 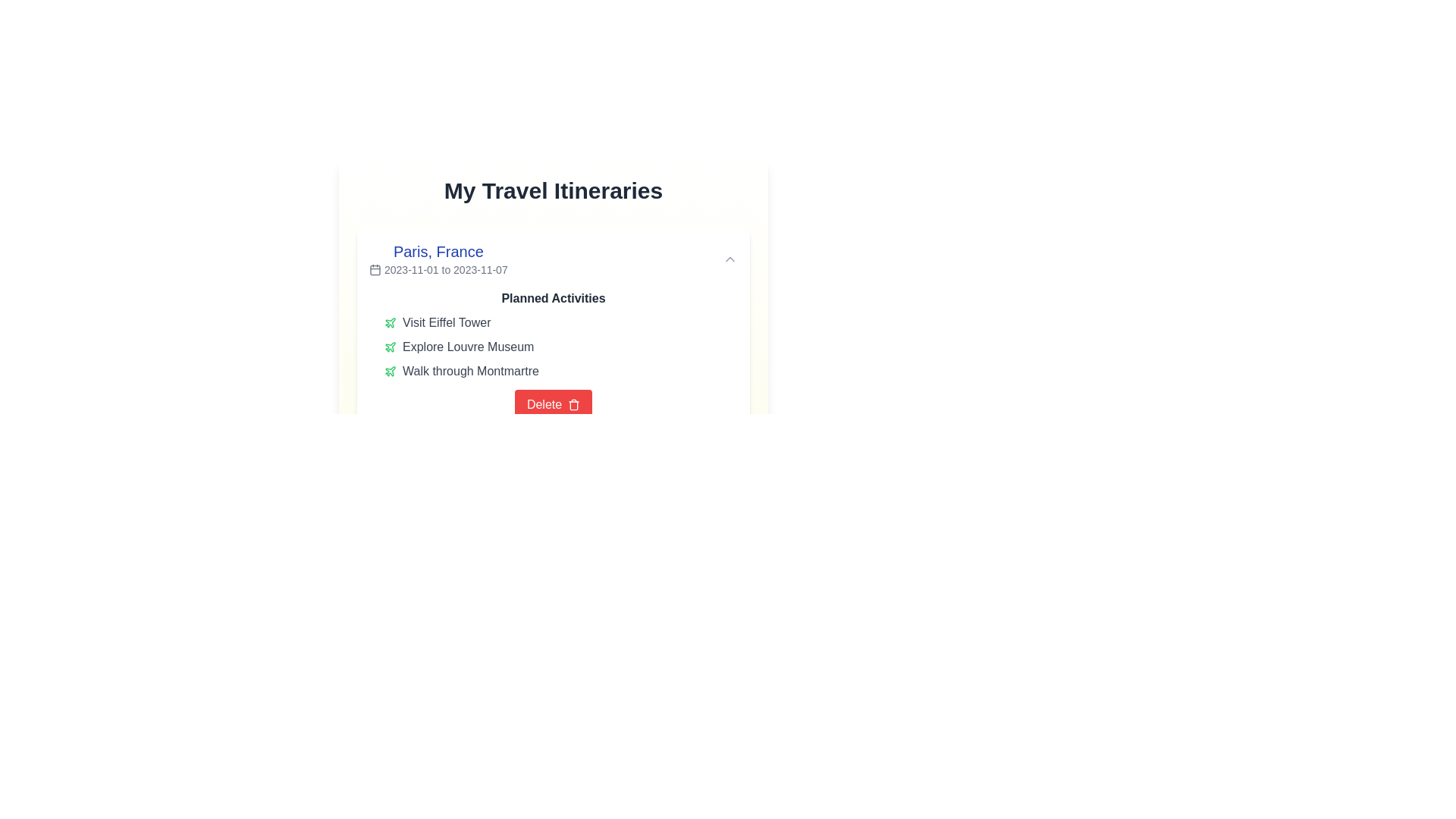 What do you see at coordinates (552, 298) in the screenshot?
I see `the text label 'Planned Activities' which serves as a section header in dark gray color and bold font` at bounding box center [552, 298].